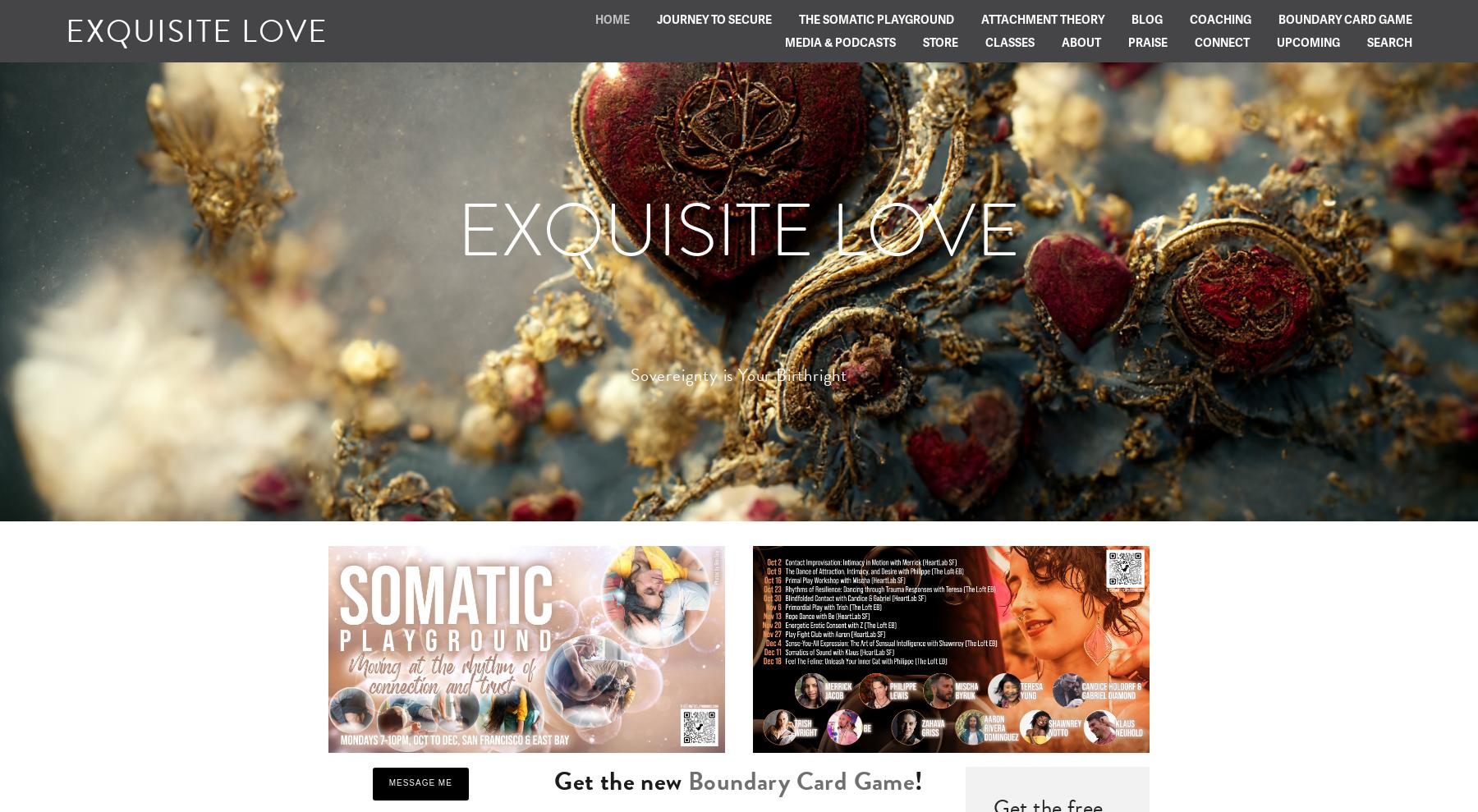  I want to click on 'Blog', so click(1145, 19).